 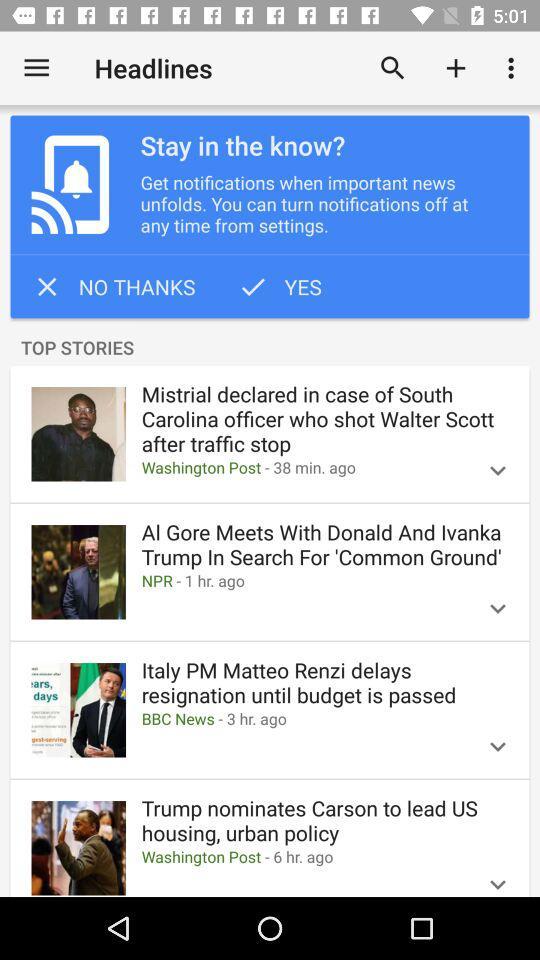 I want to click on the expand_more icon, so click(x=496, y=608).